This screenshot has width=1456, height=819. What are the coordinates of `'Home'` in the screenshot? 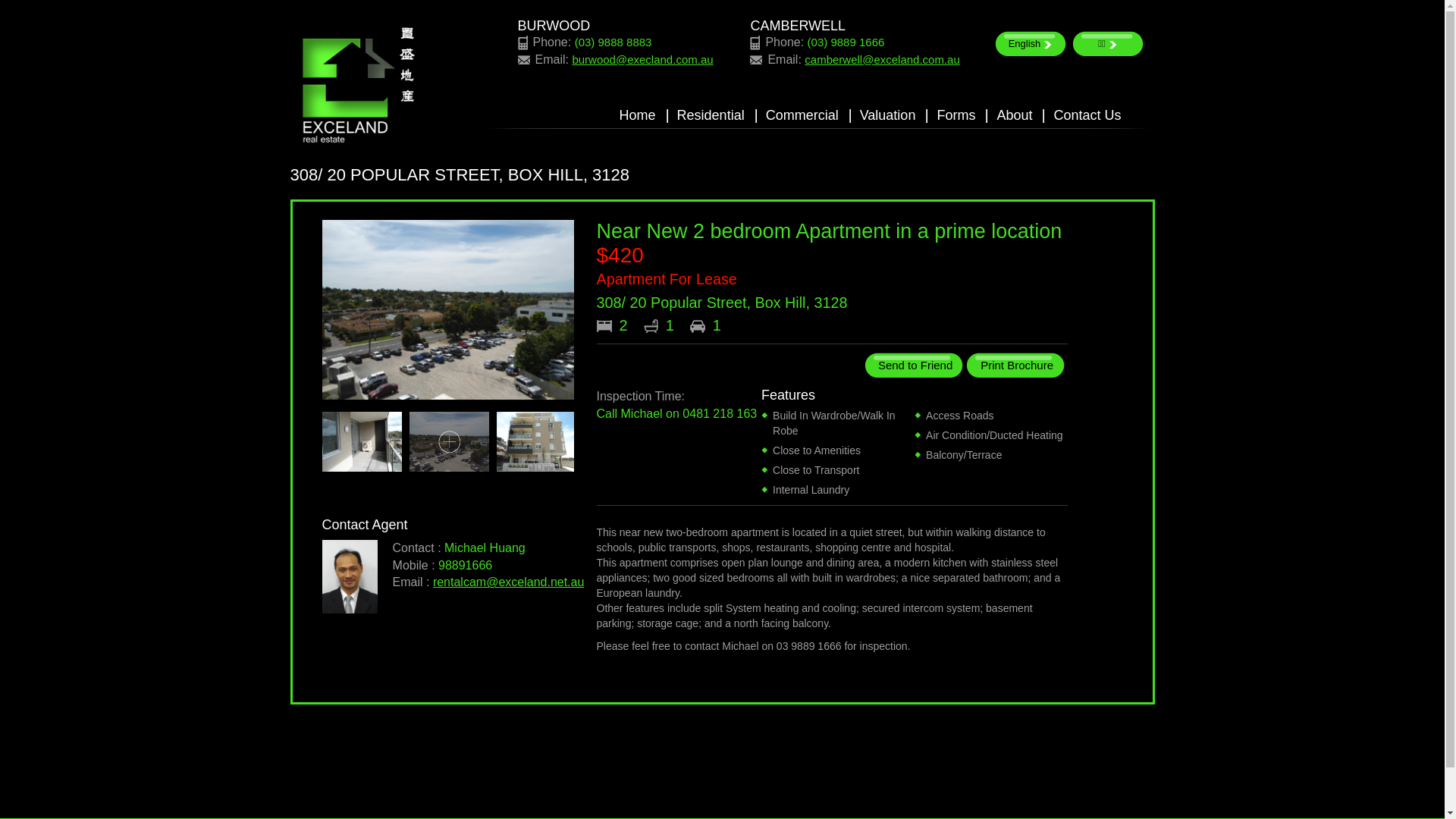 It's located at (637, 115).